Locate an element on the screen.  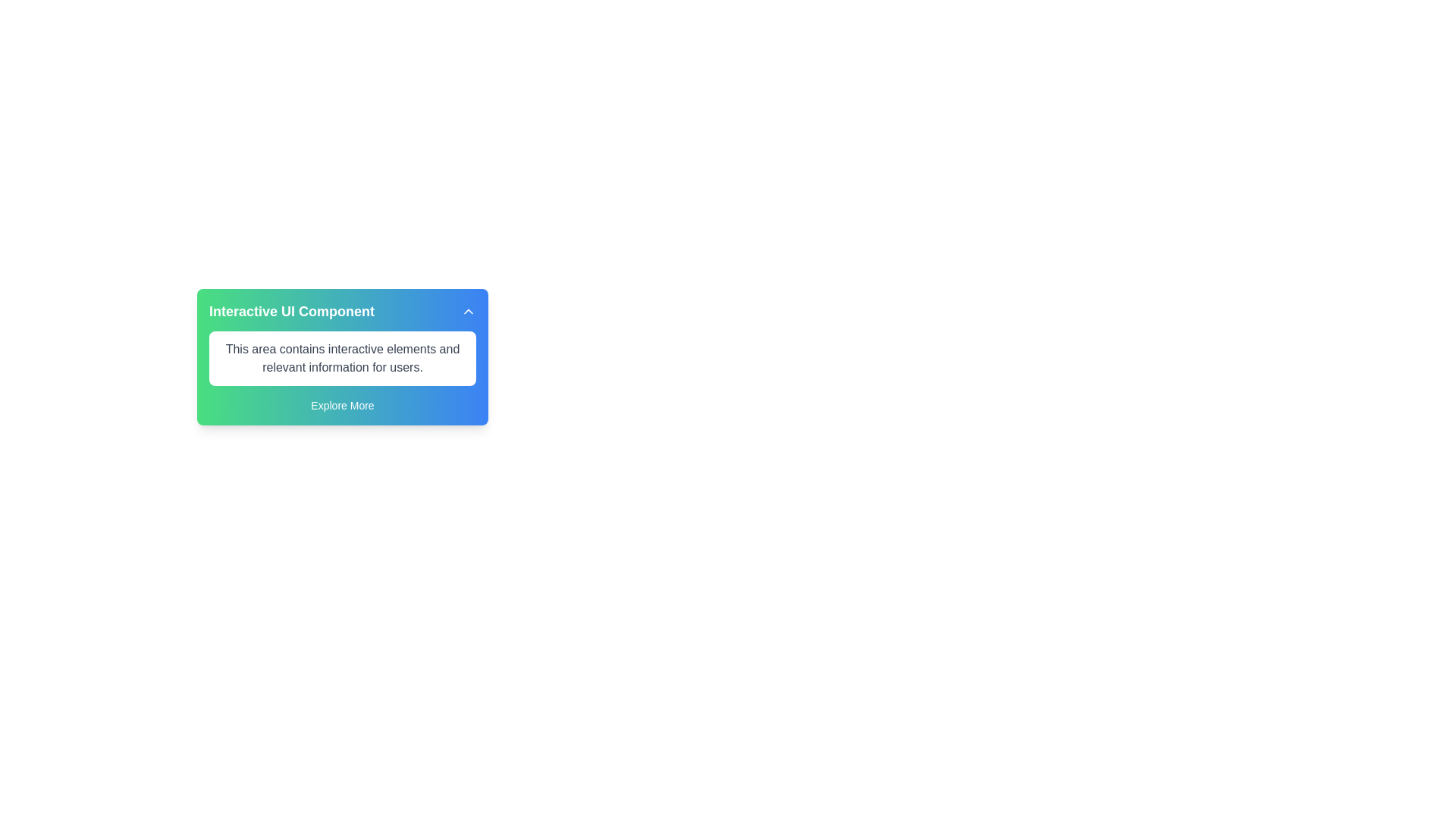
the interactive button located at the top-right corner of the 'Interactive UI Component' is located at coordinates (468, 311).